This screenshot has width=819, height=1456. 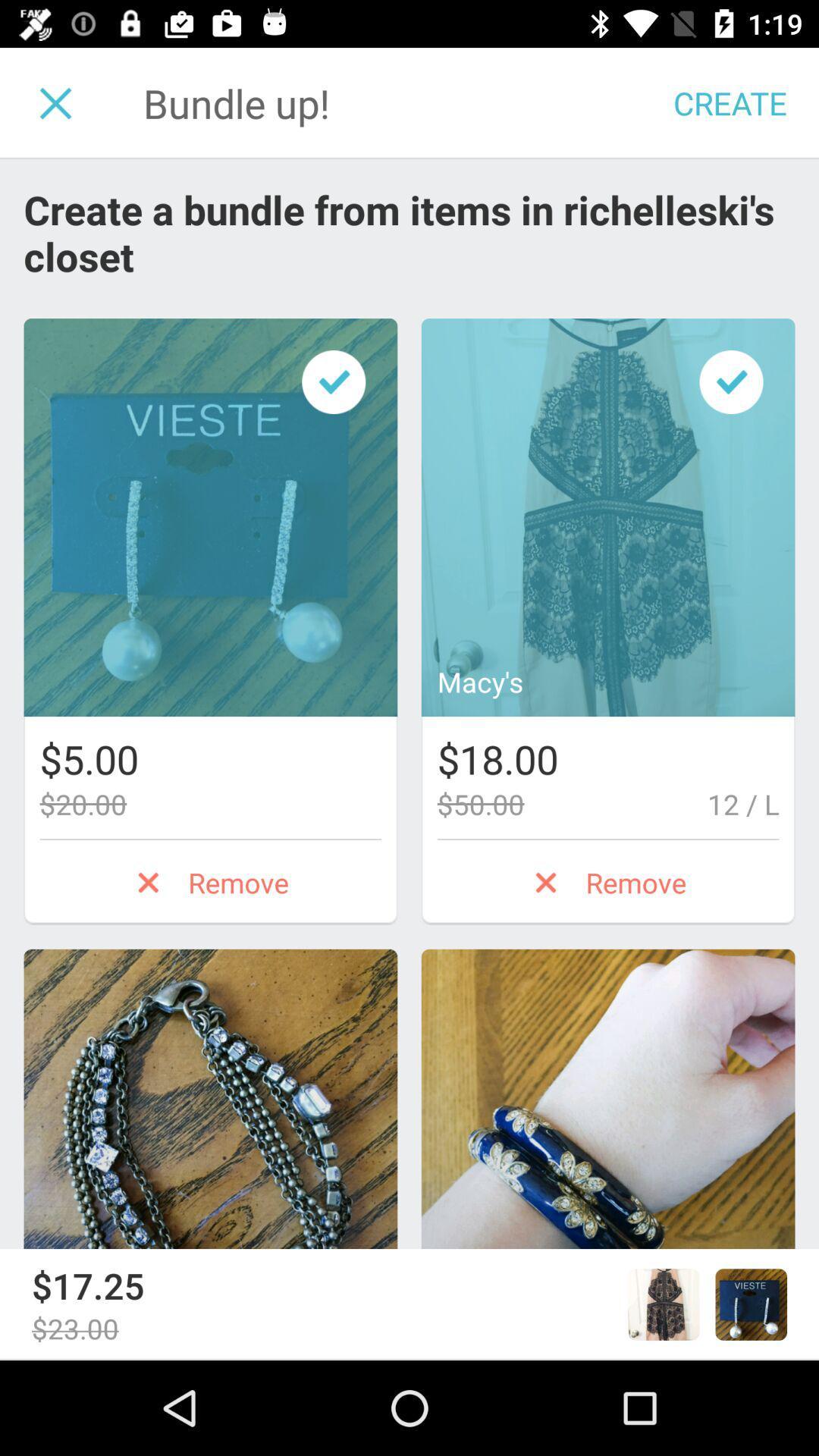 I want to click on the image shown right to 1725 at the bottom of the page, so click(x=663, y=1304).